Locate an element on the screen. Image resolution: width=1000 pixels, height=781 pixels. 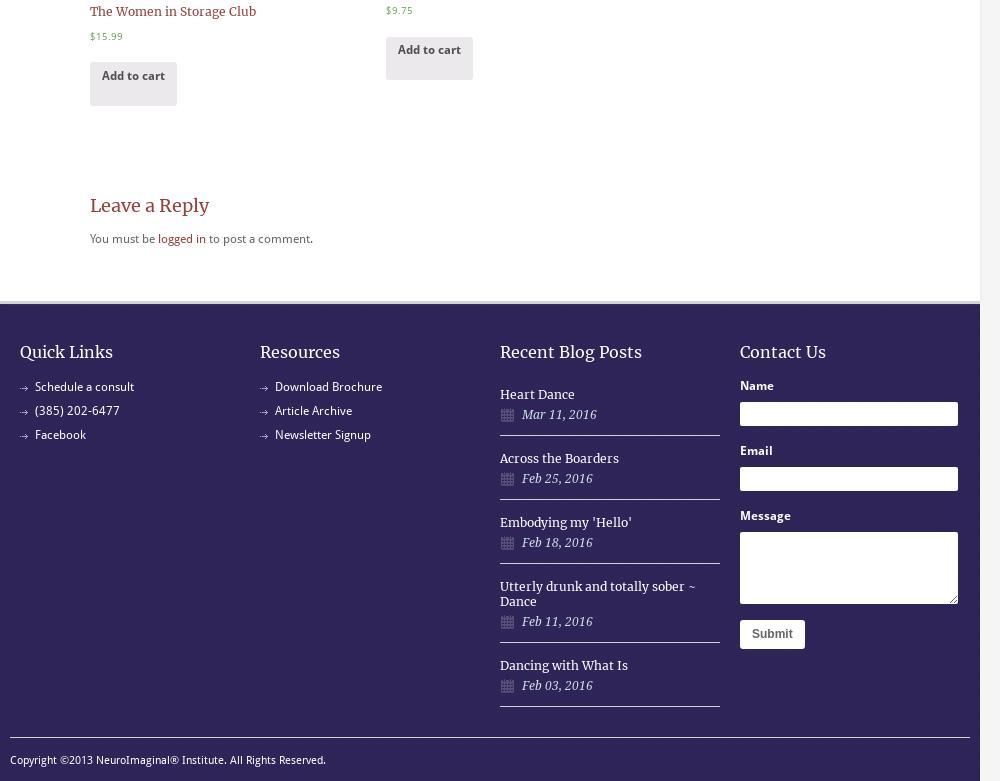
'Recent Blog Posts' is located at coordinates (570, 350).